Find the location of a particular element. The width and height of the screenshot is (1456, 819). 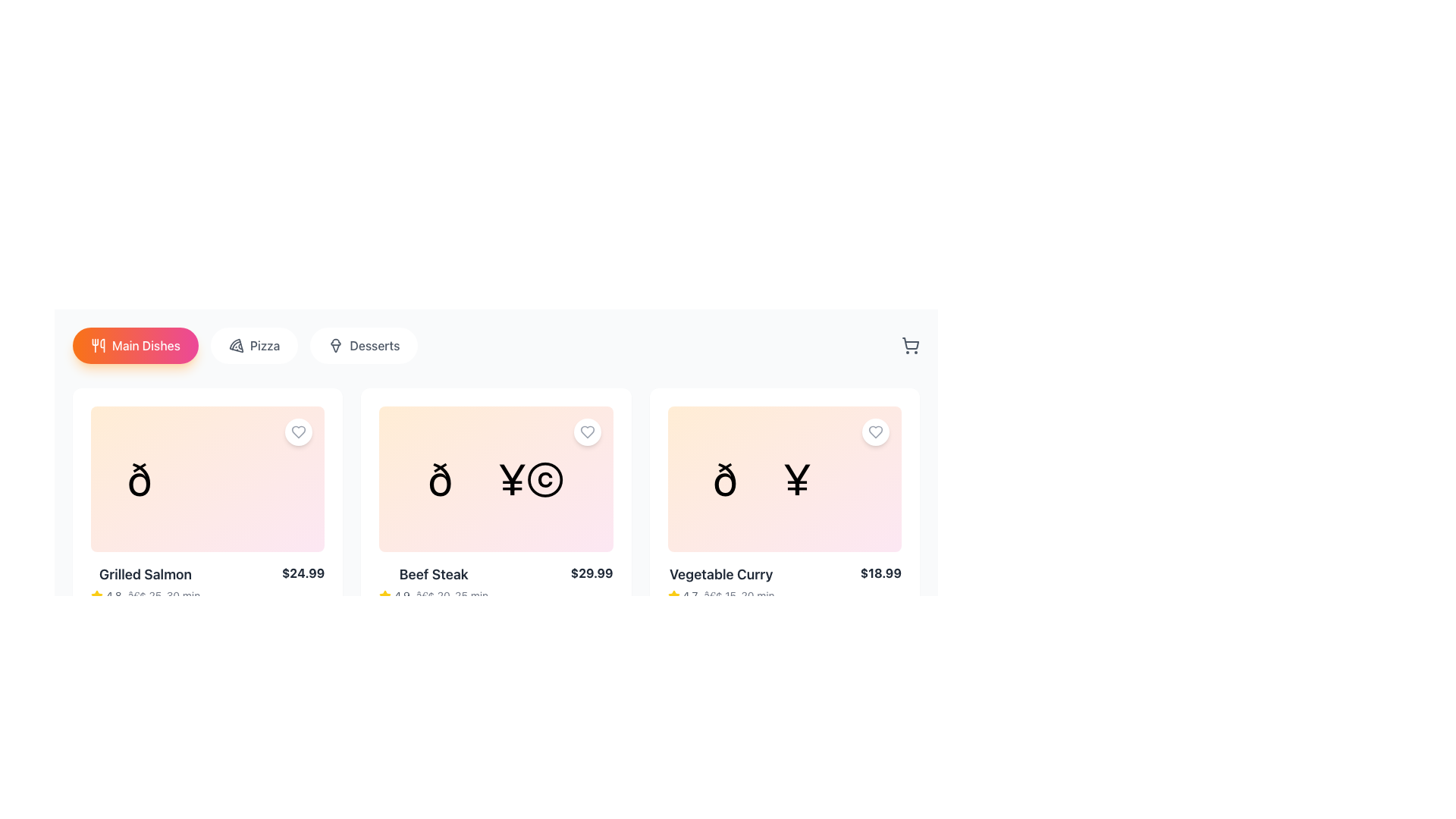

the numerical text "4.9" displayed in light gray color, which indicates a rating for the "Beef Steak" item, positioned beside a yellow star icon in the second card of the menu grid is located at coordinates (402, 595).